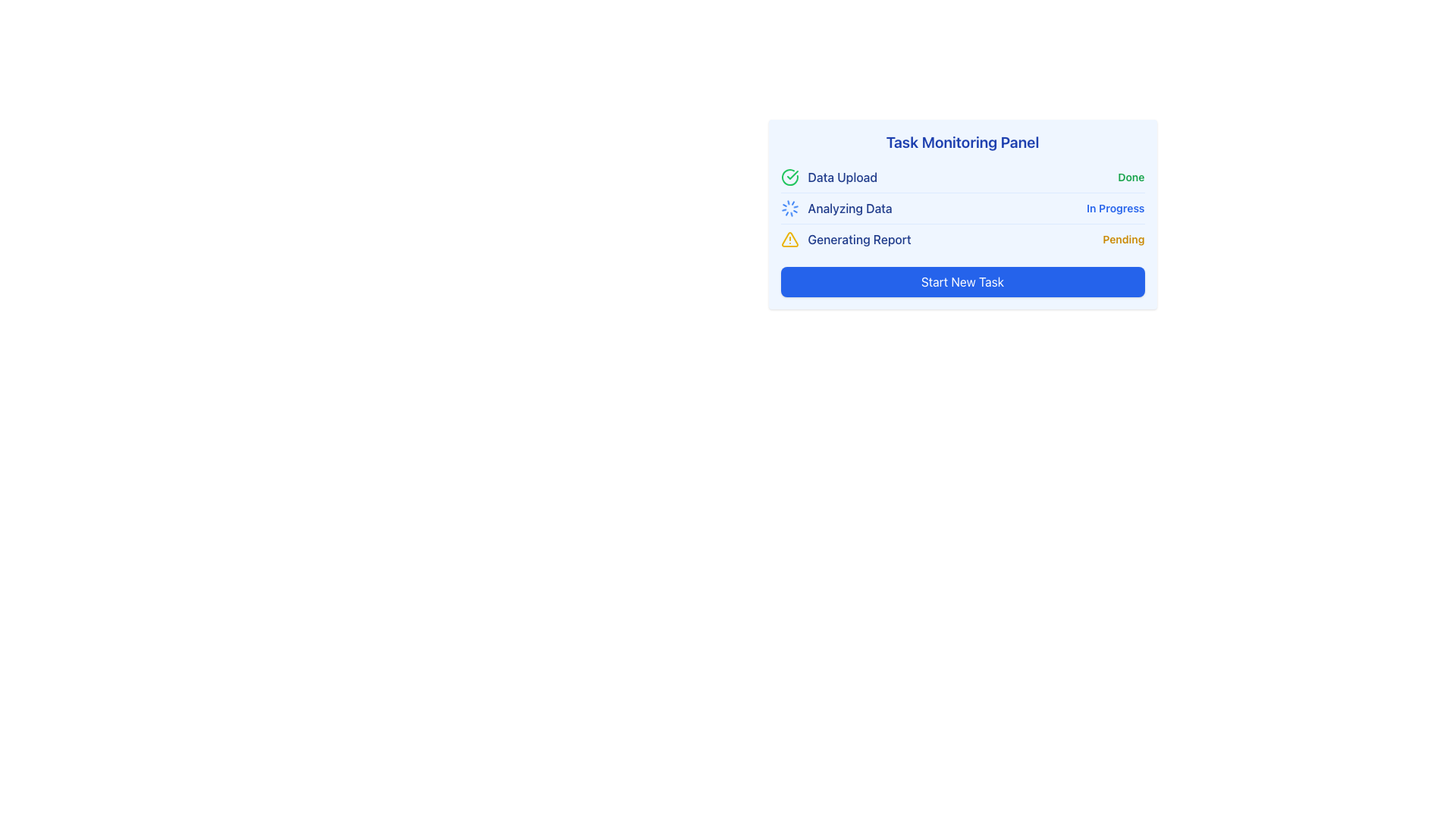 This screenshot has width=1456, height=819. I want to click on the Animated Icon indicating task progress located to the left of the 'Analyzing Data' text in the task monitoring panel, so click(789, 208).